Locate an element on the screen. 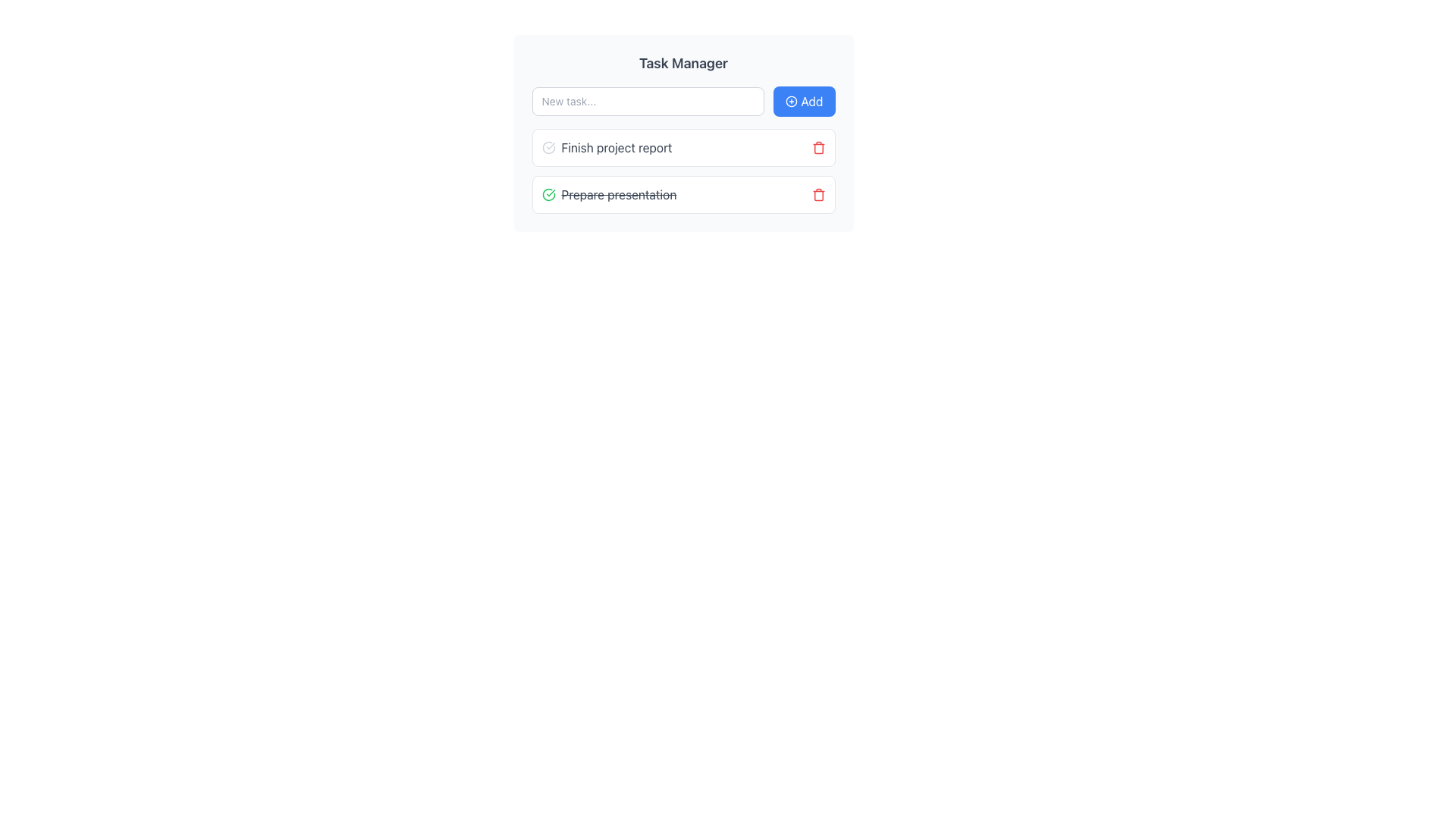  the delete button located to the far right of the task item labeled 'Prepare presentation' is located at coordinates (817, 194).